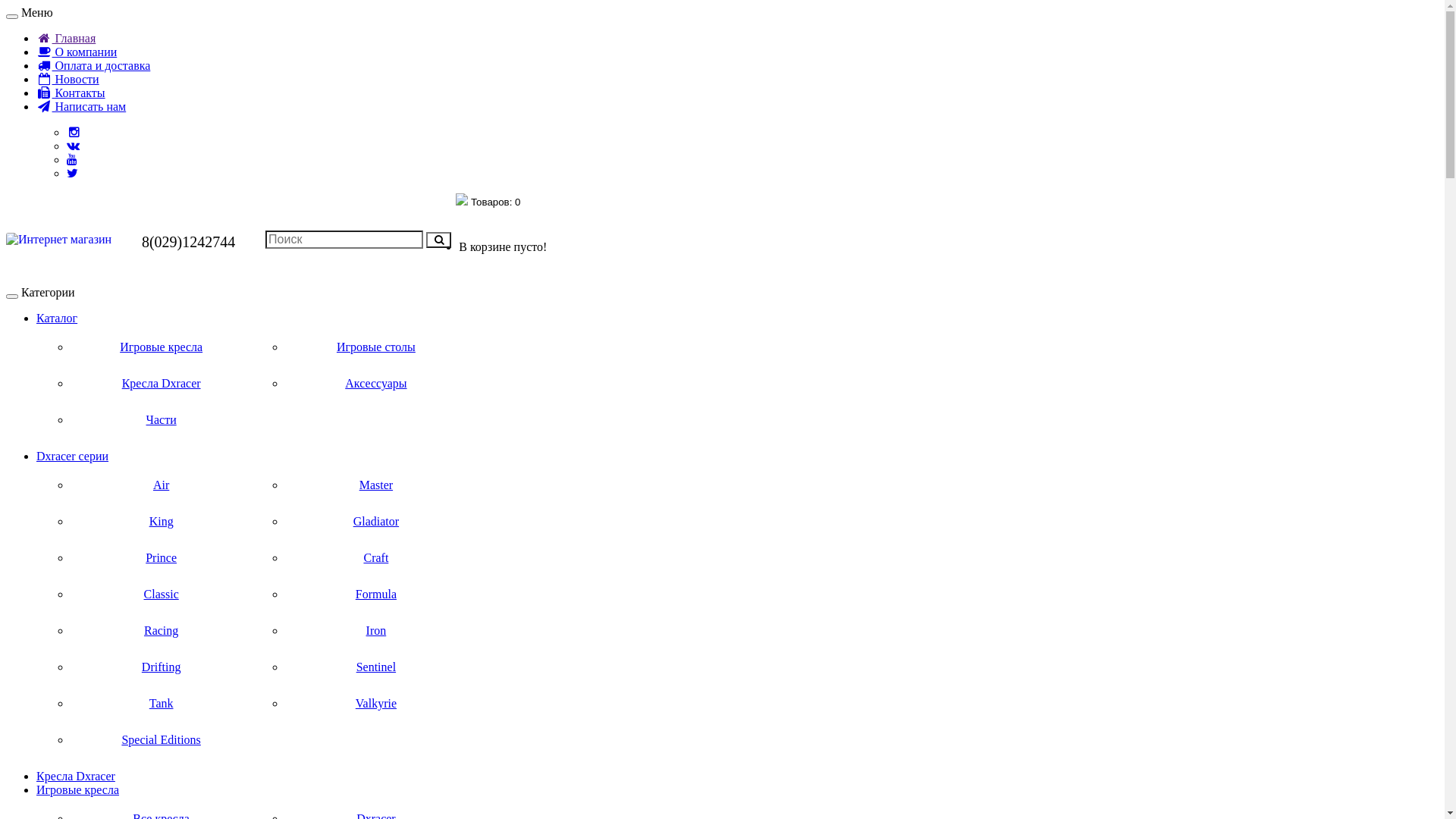 Image resolution: width=1456 pixels, height=819 pixels. I want to click on 'Sentinel', so click(375, 666).